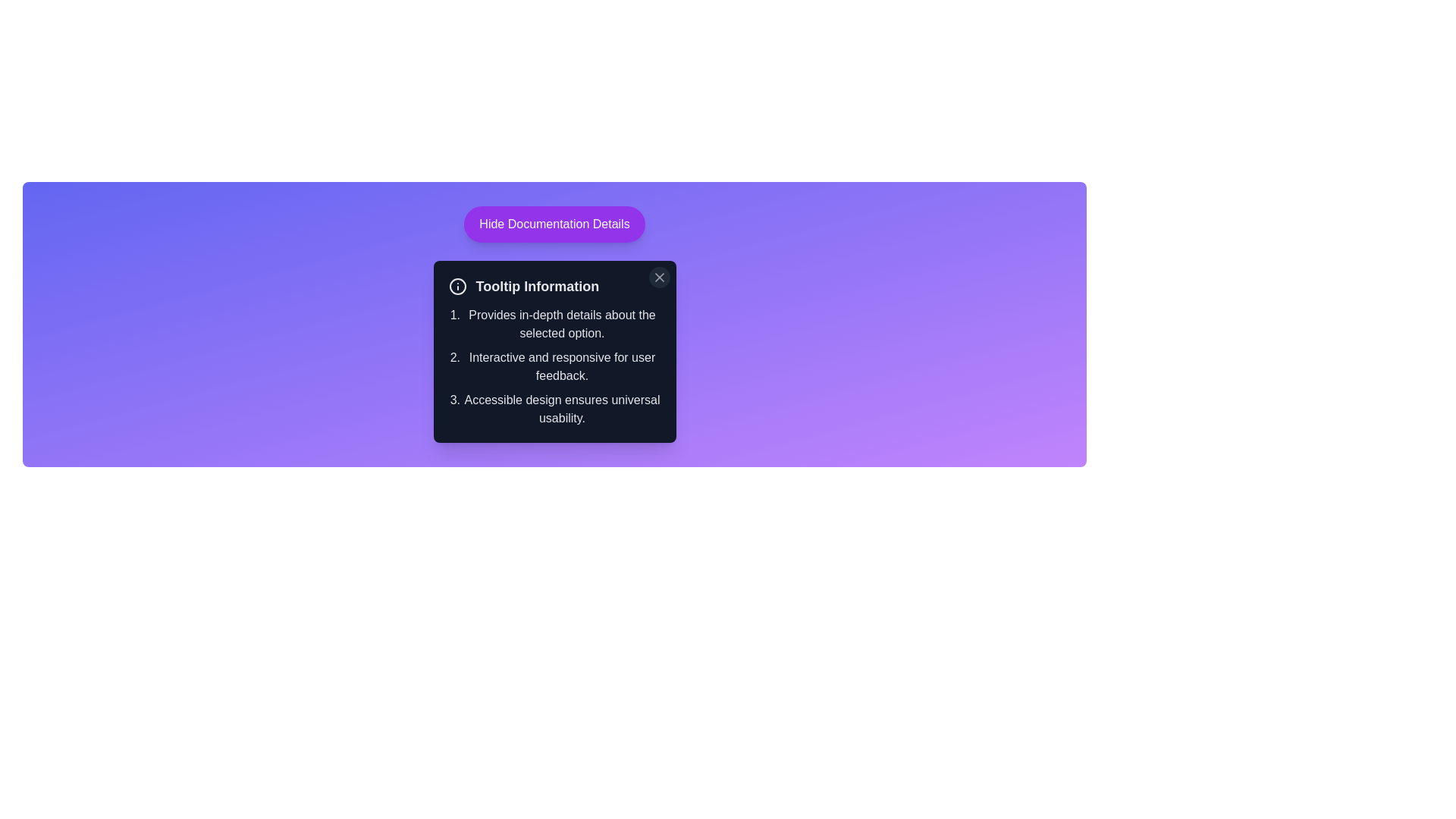 The image size is (1456, 819). What do you see at coordinates (561, 324) in the screenshot?
I see `the first item in the numbered list that serves as a descriptive label within a dark-background tooltip` at bounding box center [561, 324].